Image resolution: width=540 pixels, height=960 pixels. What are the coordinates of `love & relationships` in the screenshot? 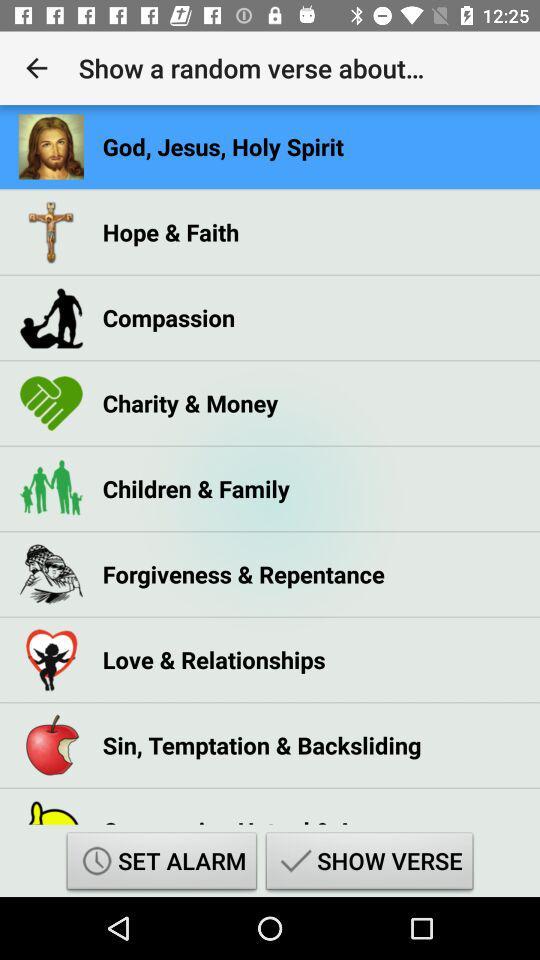 It's located at (213, 658).